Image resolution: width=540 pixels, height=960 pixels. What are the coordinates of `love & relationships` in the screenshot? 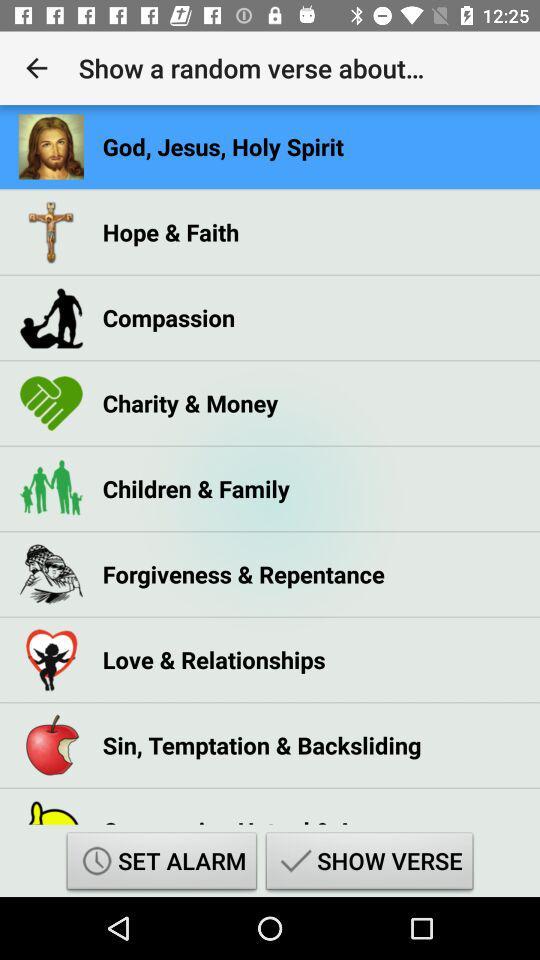 It's located at (213, 658).